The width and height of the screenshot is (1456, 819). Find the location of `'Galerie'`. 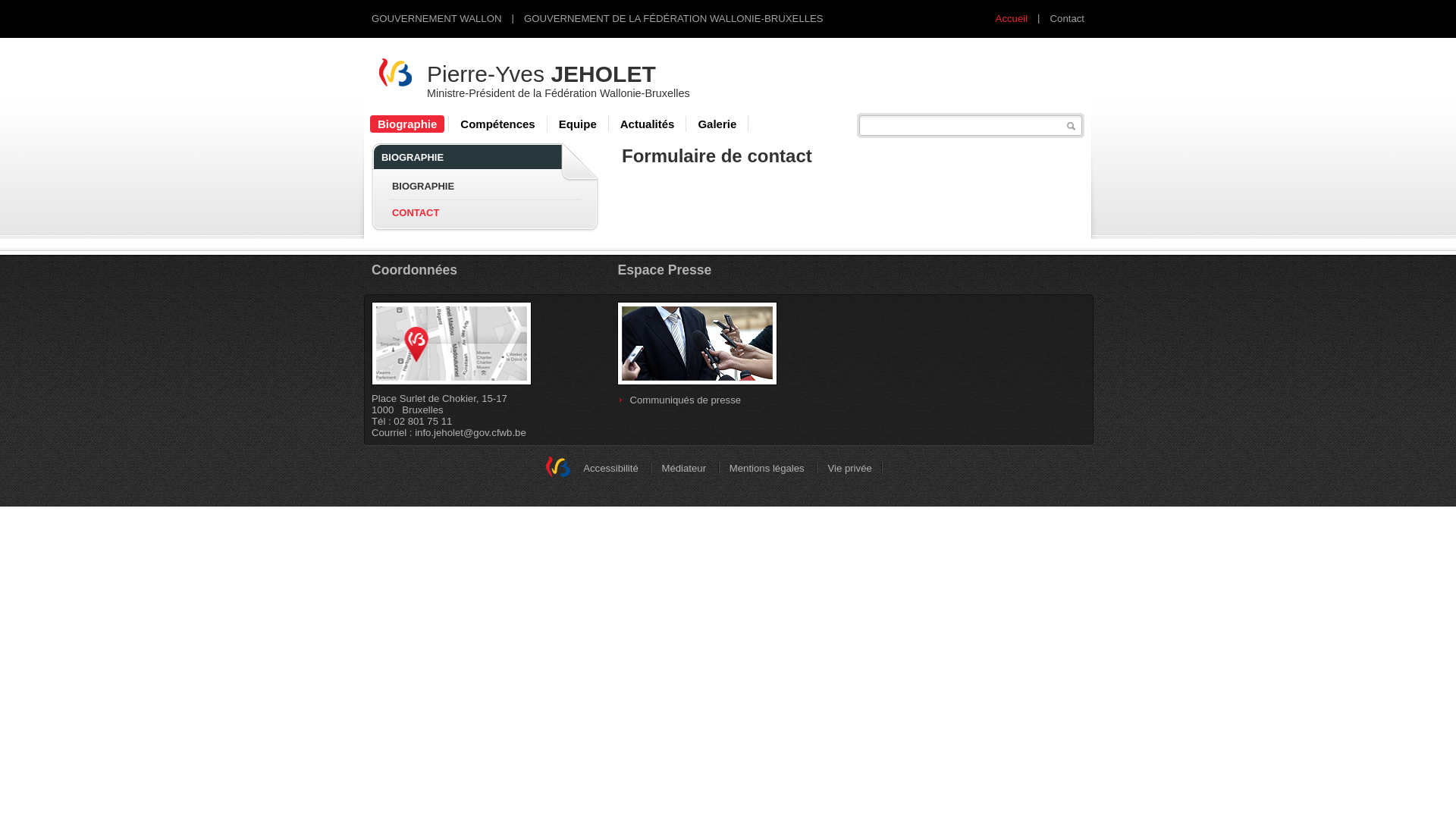

'Galerie' is located at coordinates (716, 123).